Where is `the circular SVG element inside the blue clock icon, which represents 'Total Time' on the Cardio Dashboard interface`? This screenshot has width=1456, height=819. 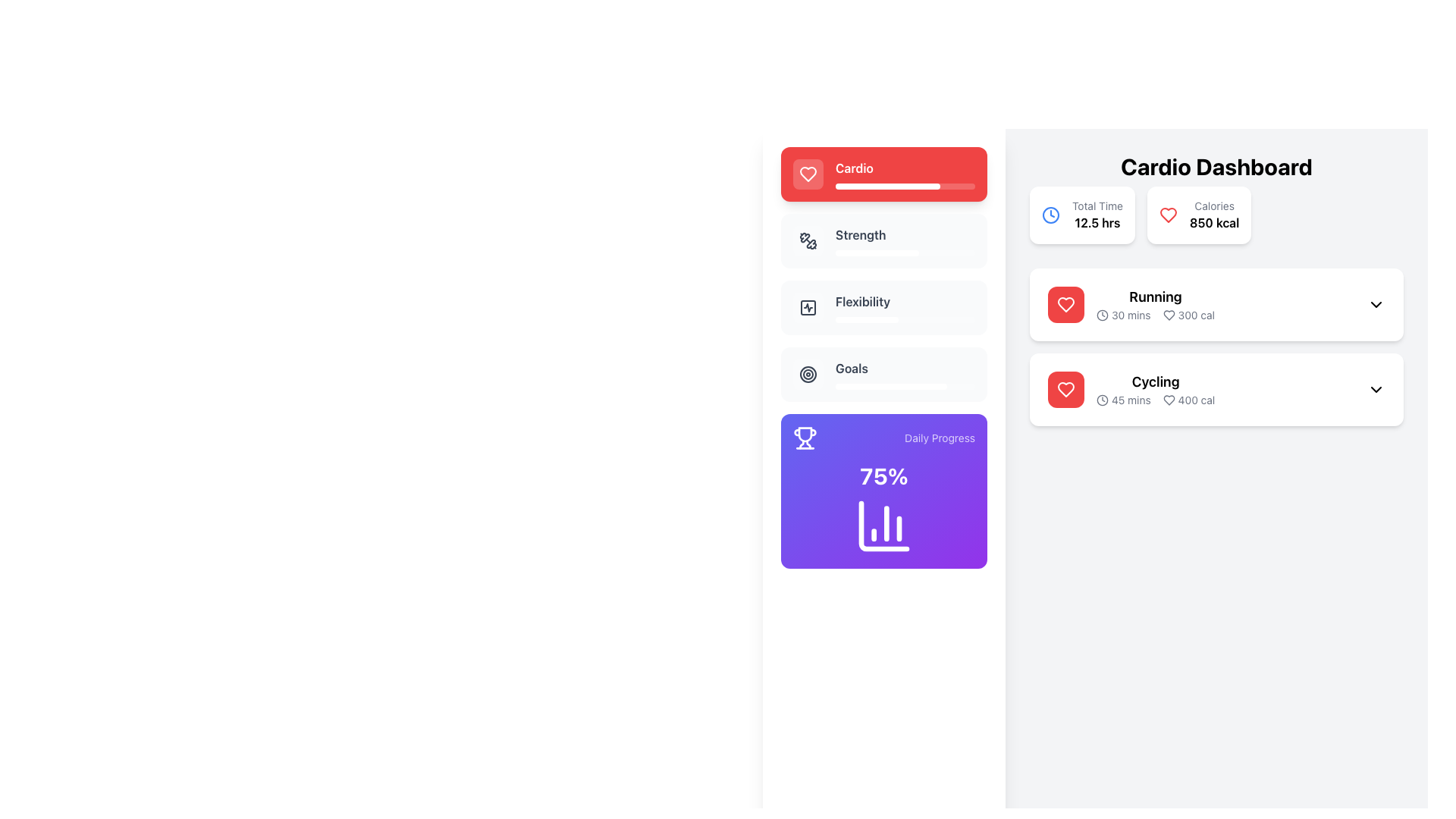 the circular SVG element inside the blue clock icon, which represents 'Total Time' on the Cardio Dashboard interface is located at coordinates (1050, 215).